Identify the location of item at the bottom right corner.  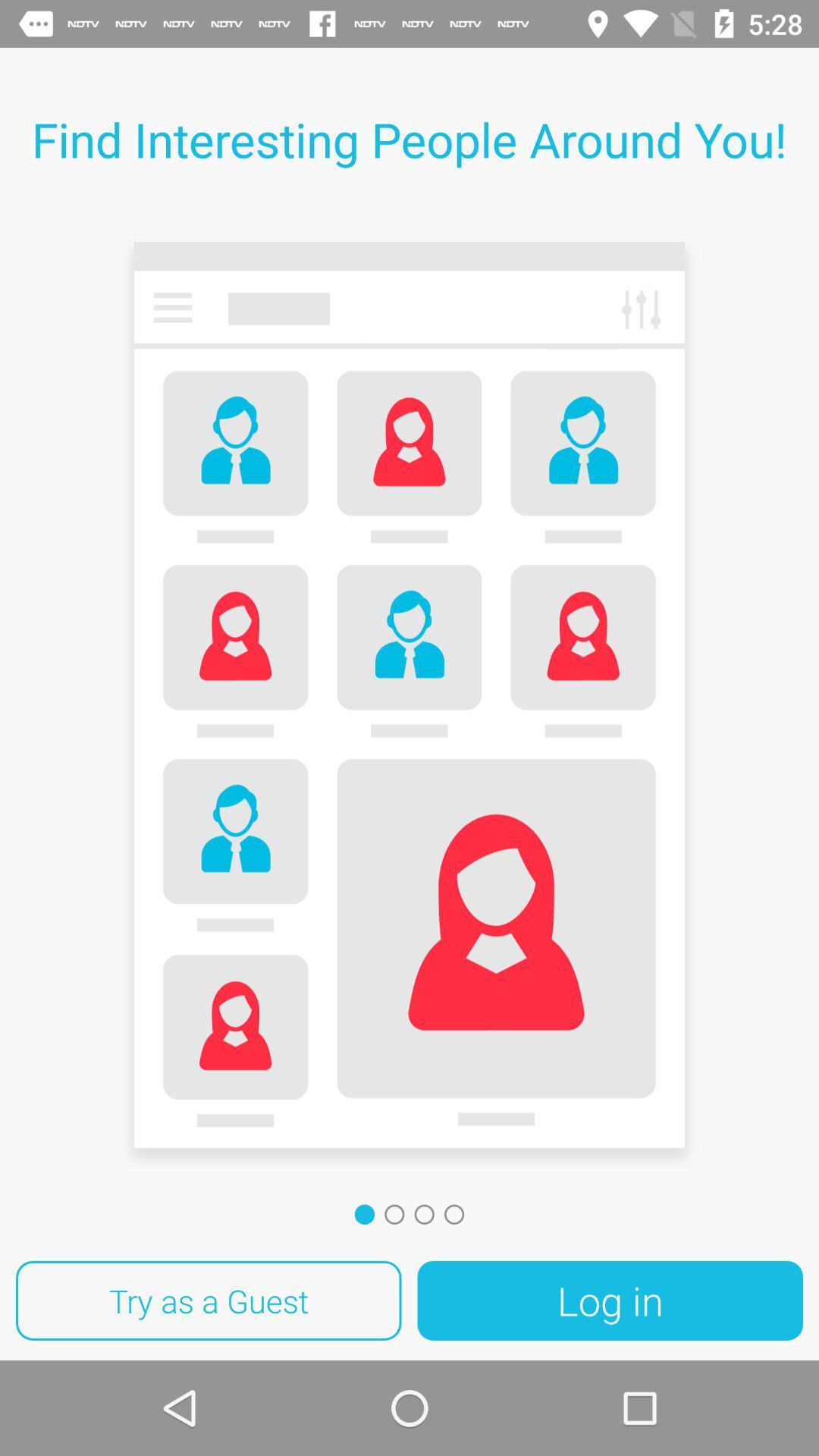
(609, 1300).